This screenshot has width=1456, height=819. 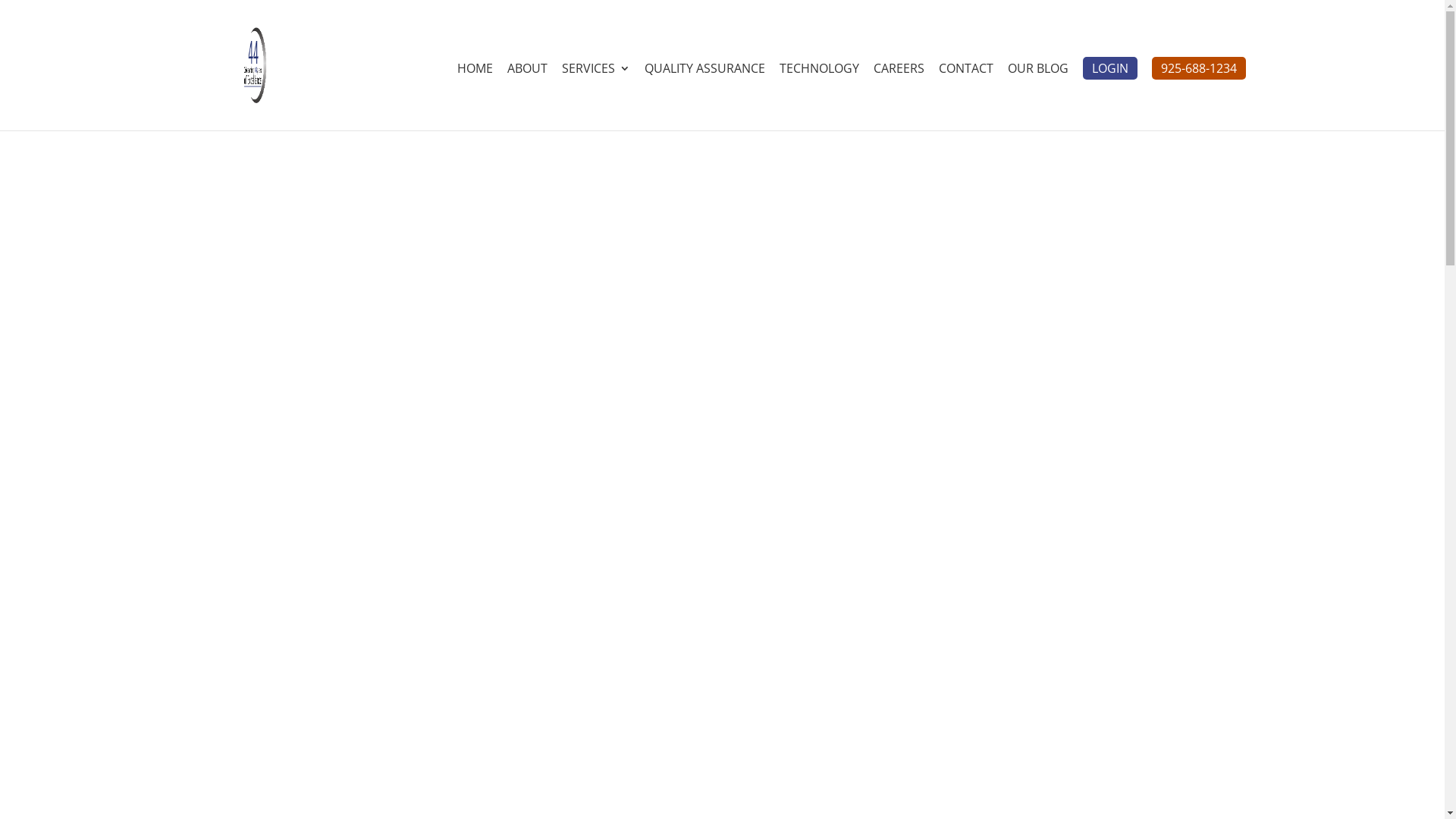 What do you see at coordinates (595, 96) in the screenshot?
I see `'SERVICES'` at bounding box center [595, 96].